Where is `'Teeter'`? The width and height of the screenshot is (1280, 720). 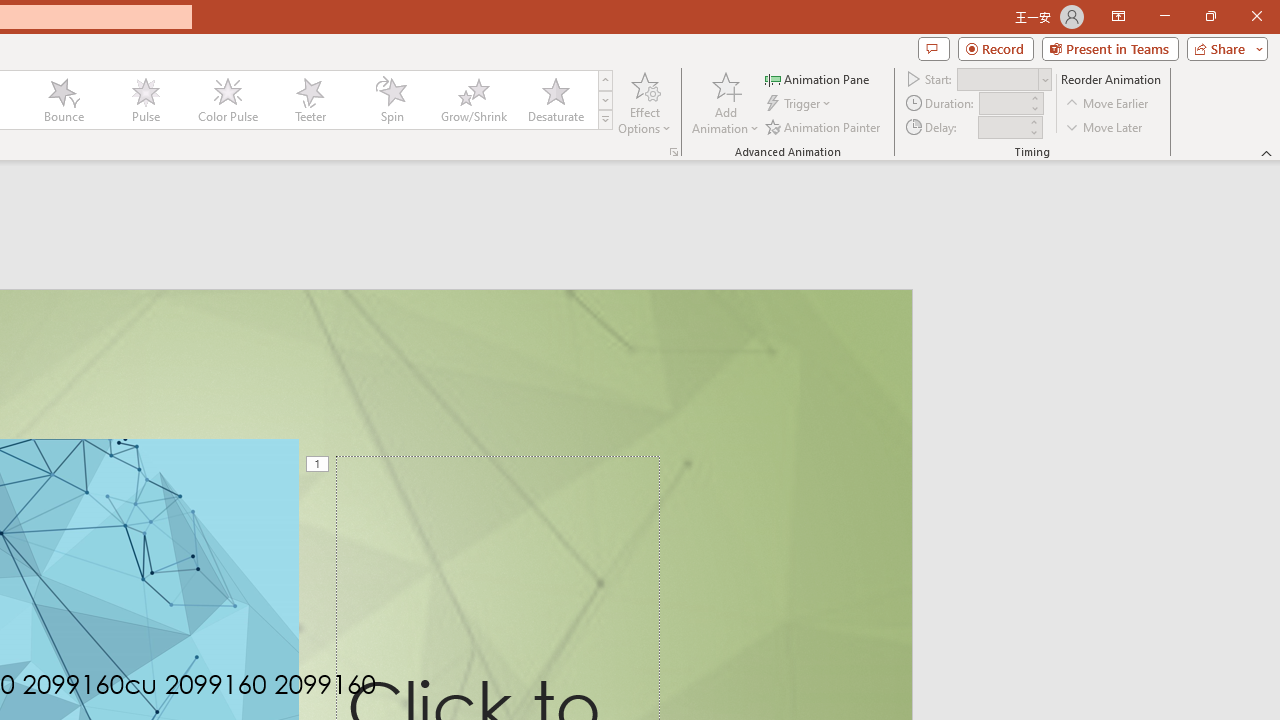 'Teeter' is located at coordinates (308, 100).